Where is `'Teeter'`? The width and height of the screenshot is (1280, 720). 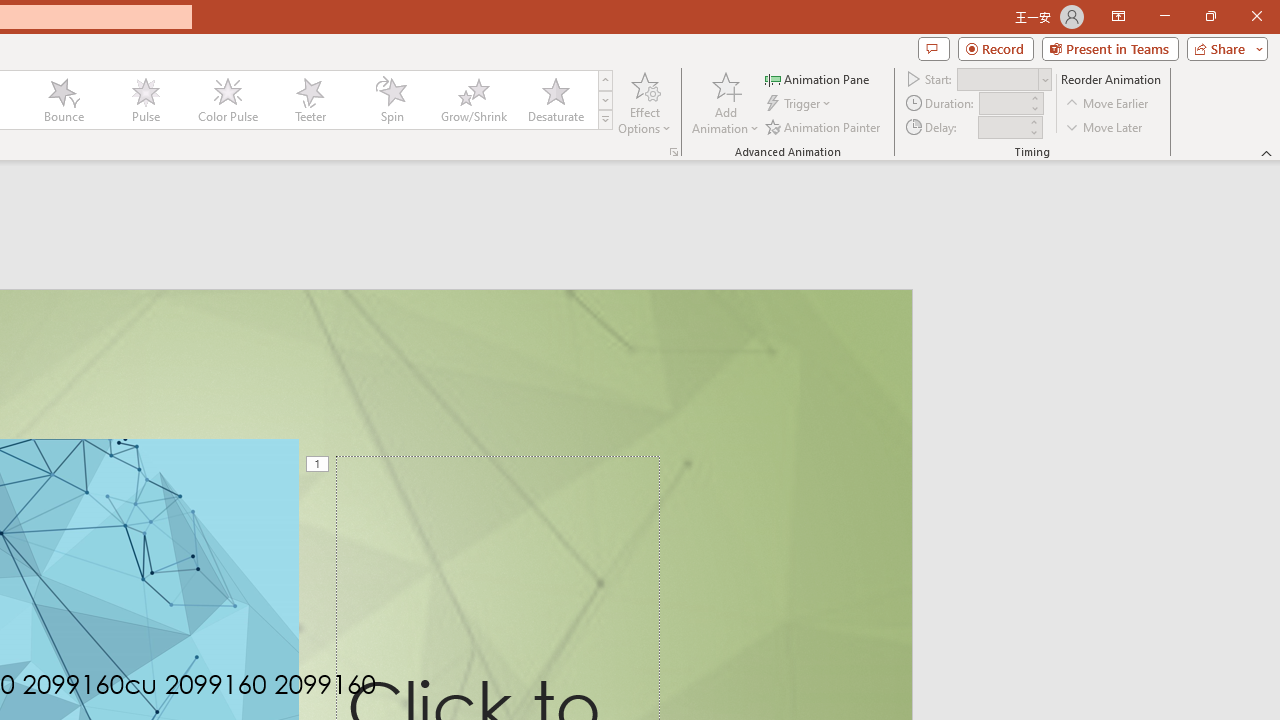 'Teeter' is located at coordinates (308, 100).